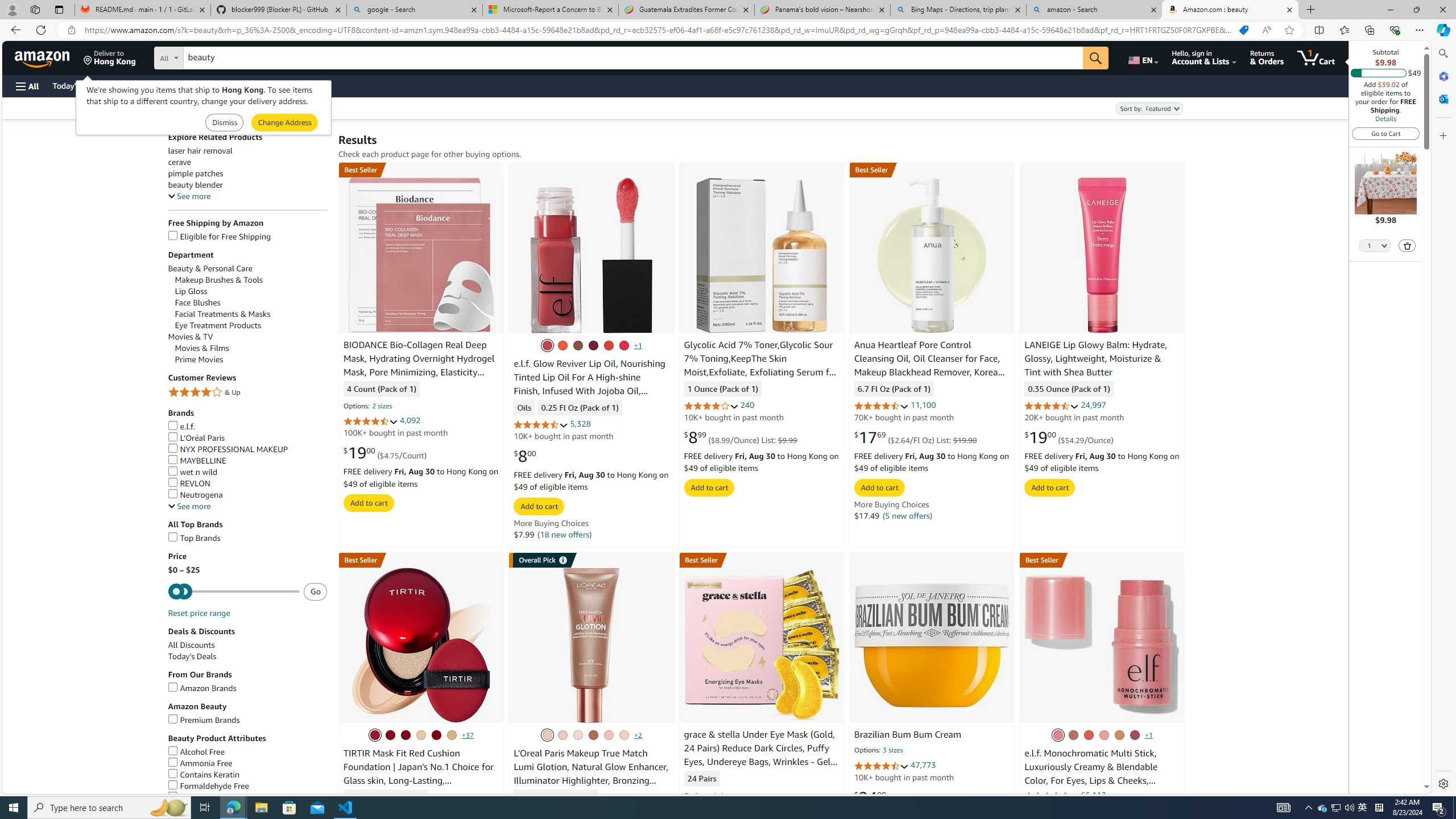 The height and width of the screenshot is (819, 1456). I want to click on 'REVLON', so click(188, 483).